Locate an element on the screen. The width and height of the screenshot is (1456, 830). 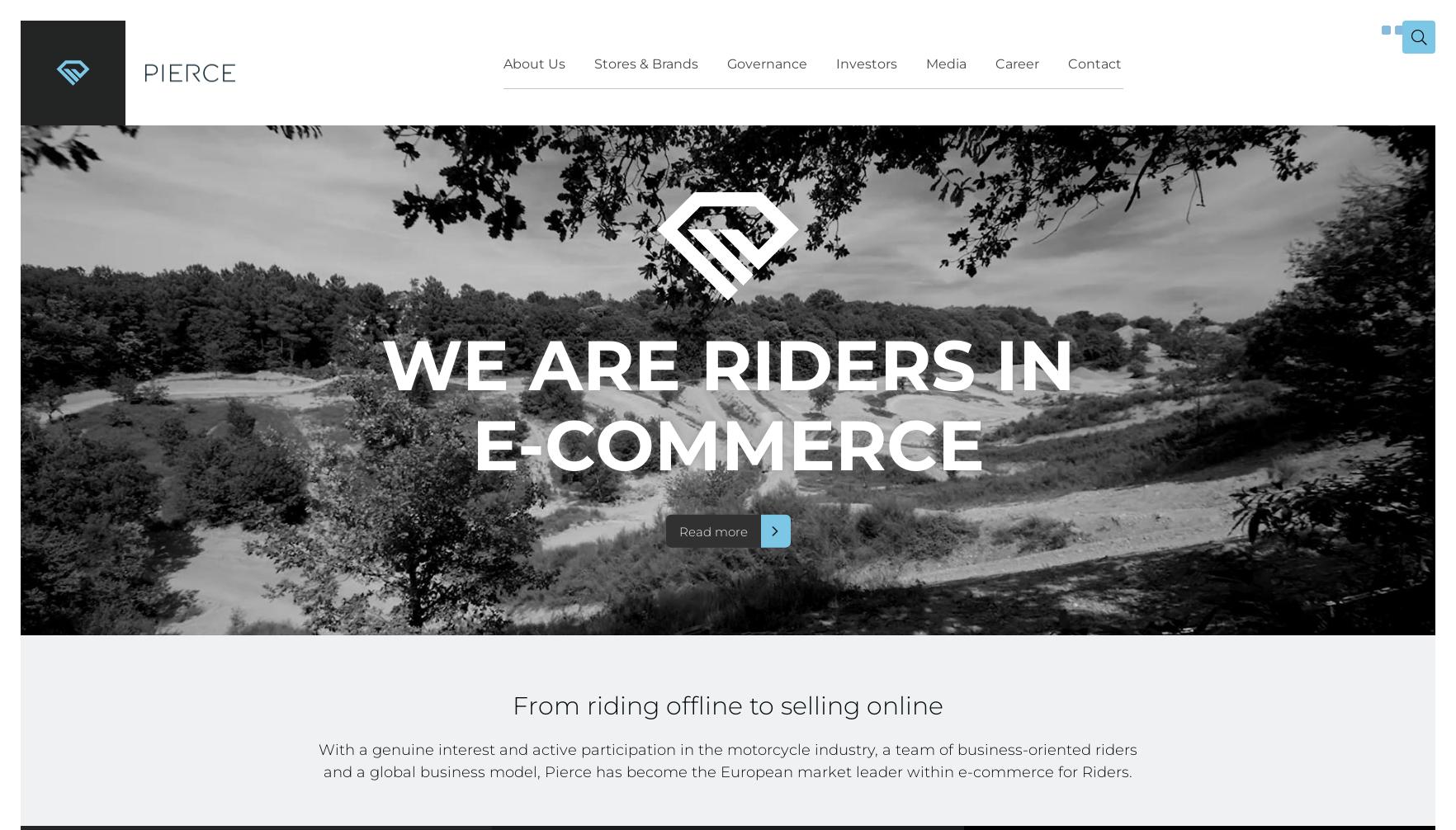
'Risks & Risk Management' is located at coordinates (473, 236).